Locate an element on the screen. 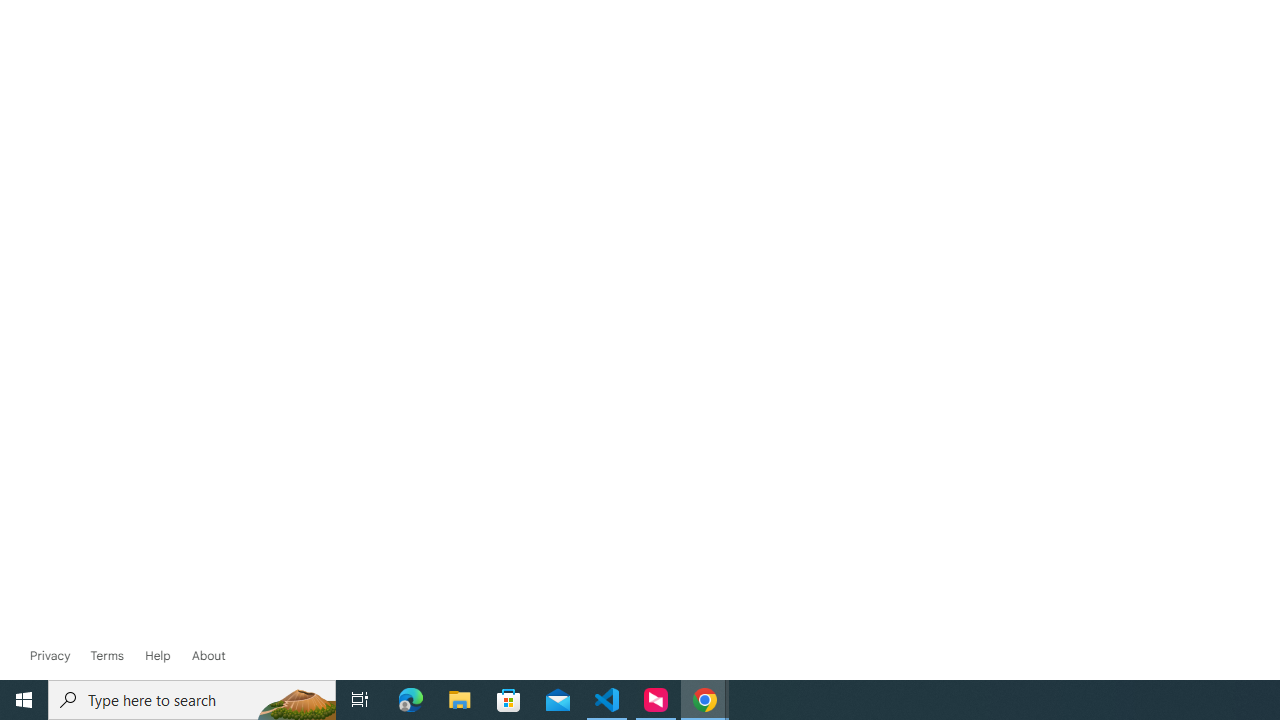  'Learn more about Google Account' is located at coordinates (208, 655).